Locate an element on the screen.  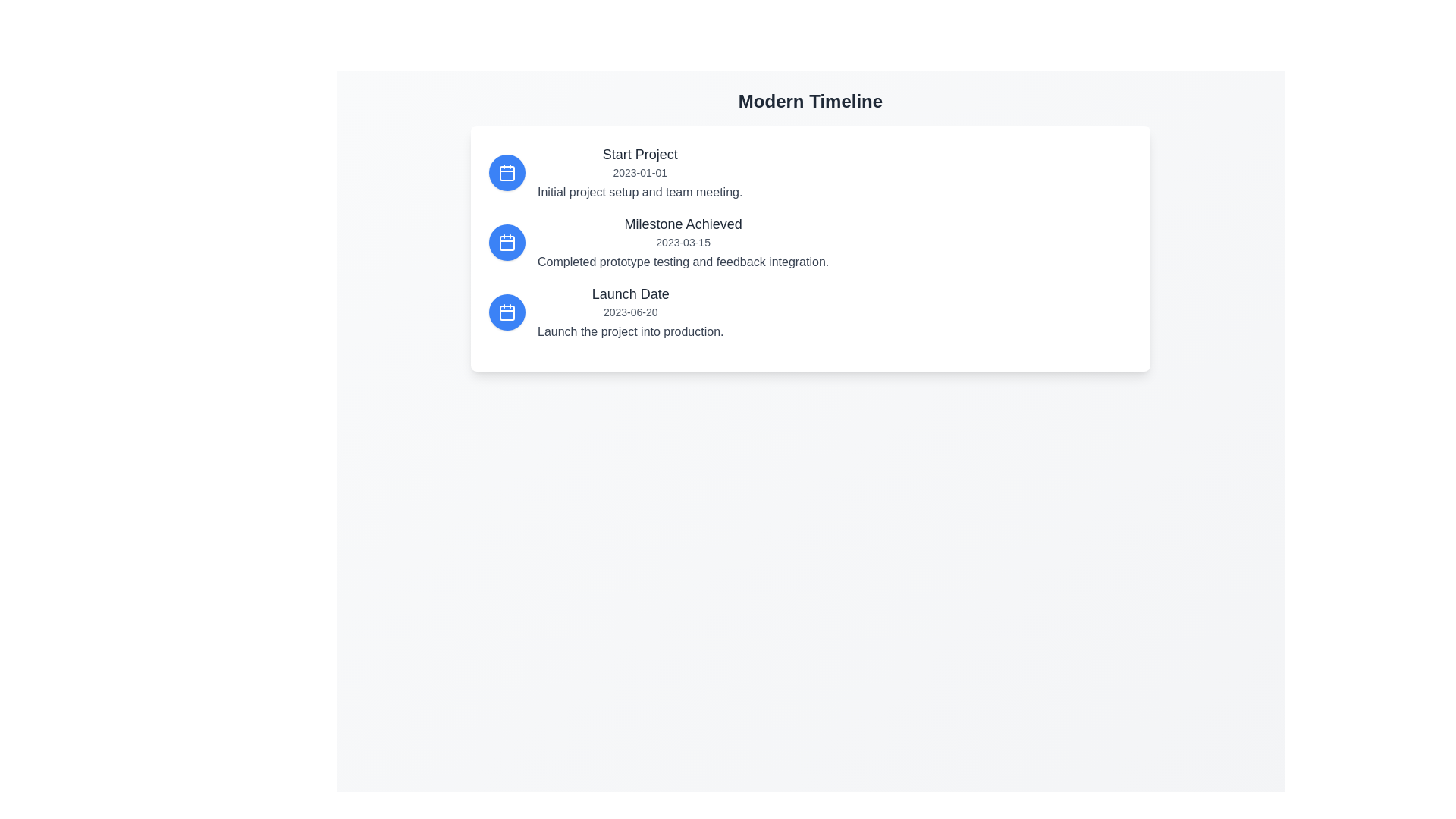
information from the second timeline entry, which contains the milestone's title, date, and description, located below the 'Start Project' entry and above the 'Launch Date' entry is located at coordinates (682, 242).